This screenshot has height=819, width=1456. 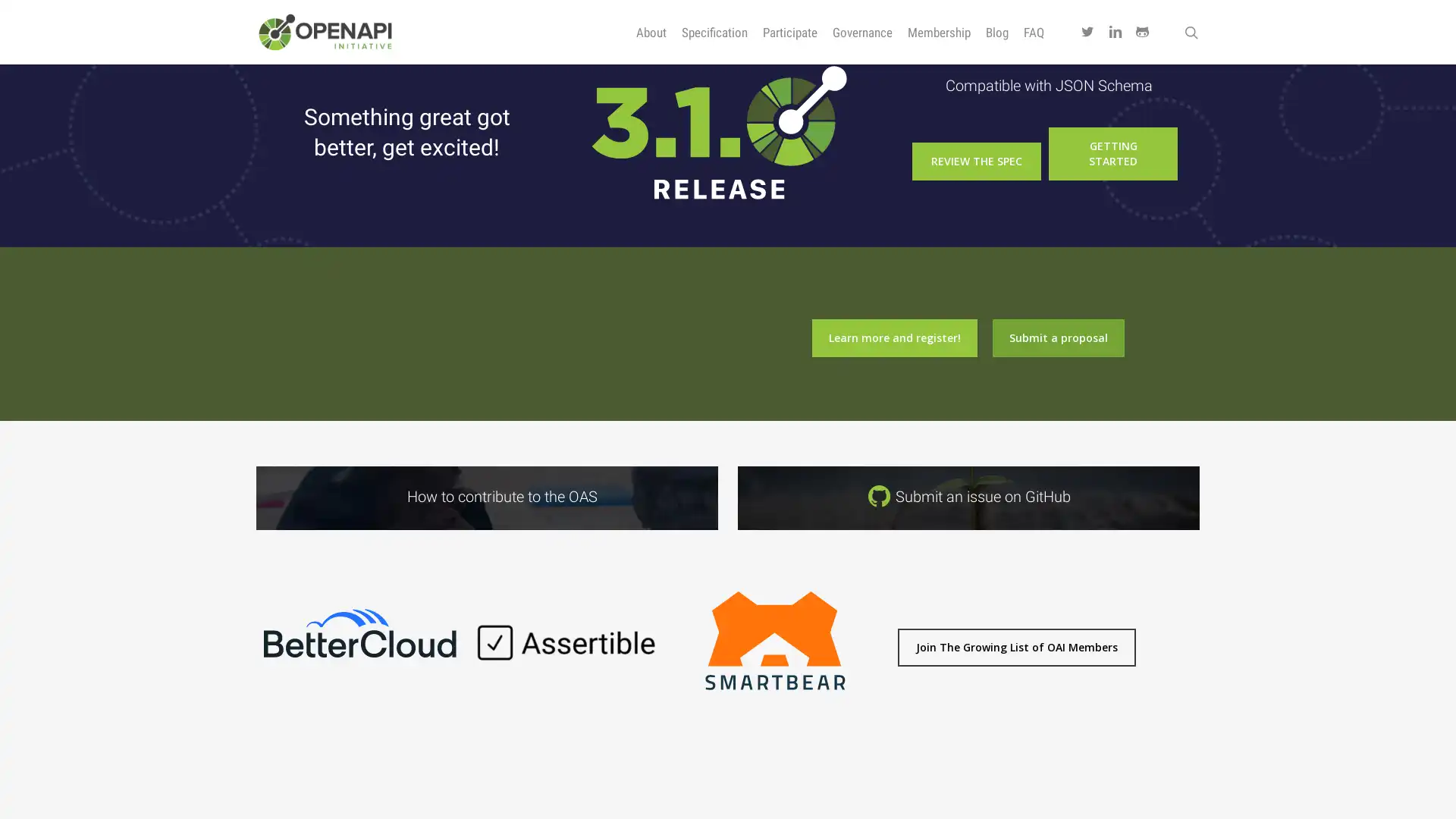 I want to click on Previous, so click(x=247, y=651).